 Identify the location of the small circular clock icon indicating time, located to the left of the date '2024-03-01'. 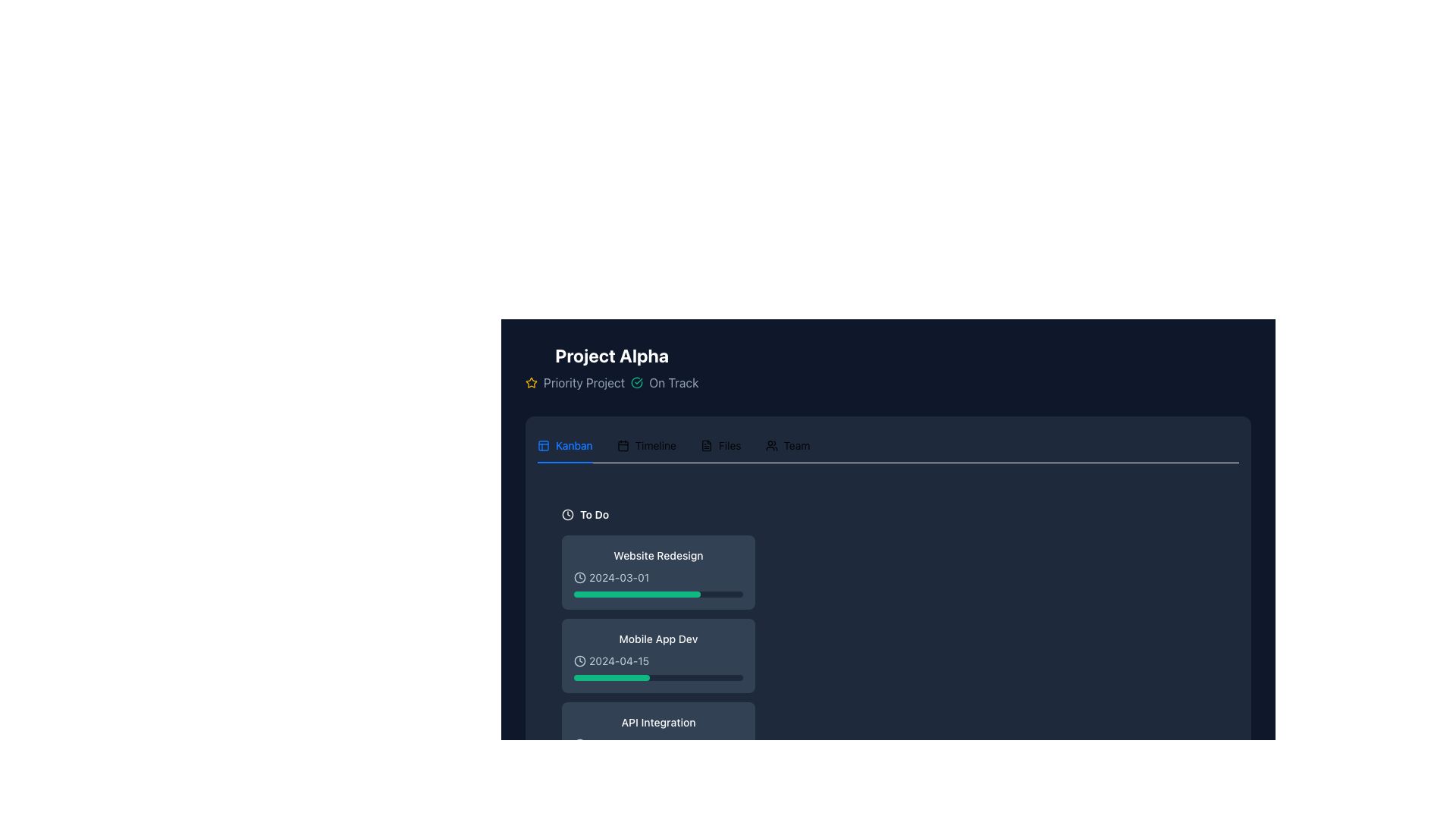
(579, 578).